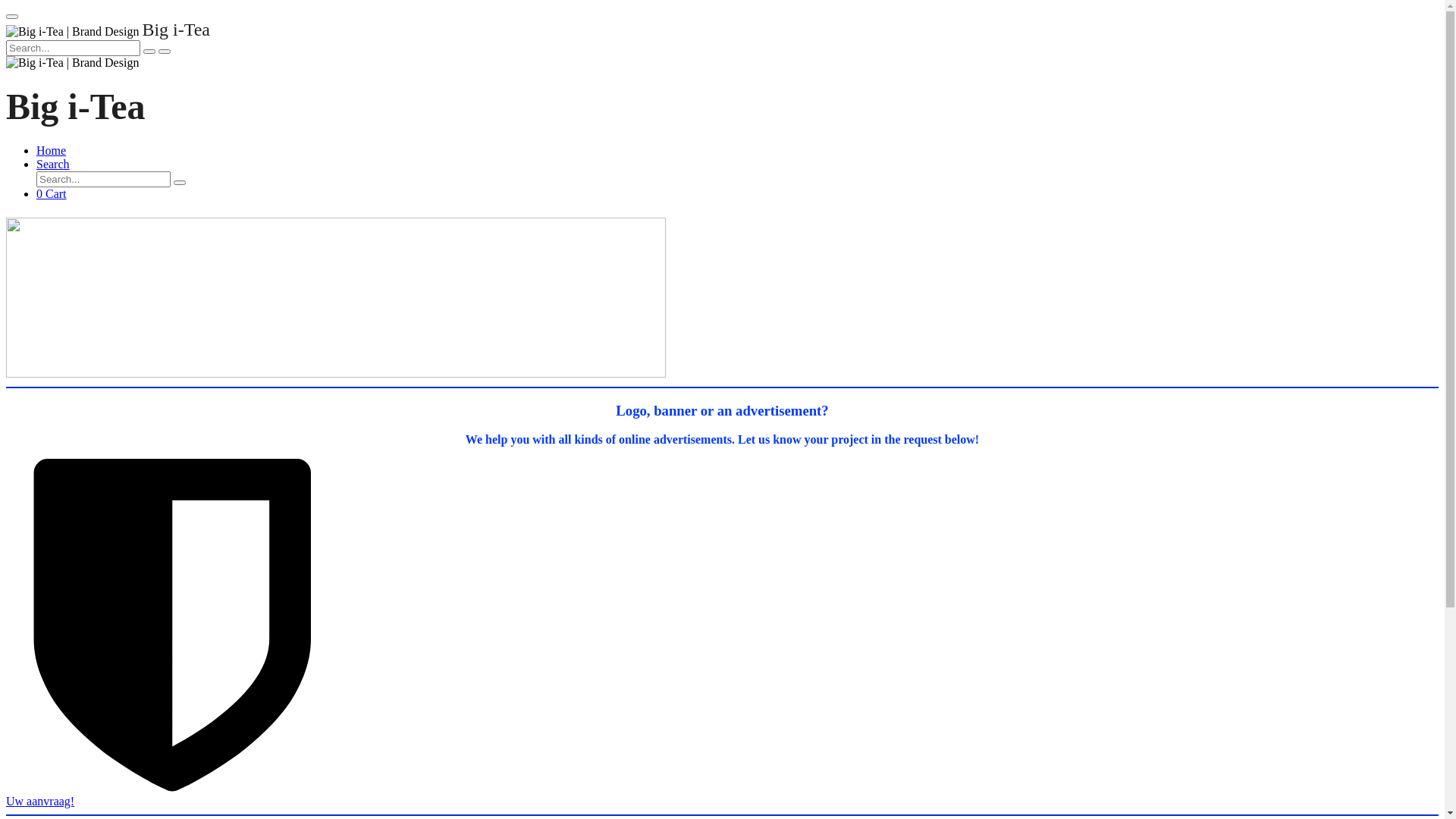 Image resolution: width=1456 pixels, height=819 pixels. I want to click on 'Uw aanvraag!', so click(721, 794).